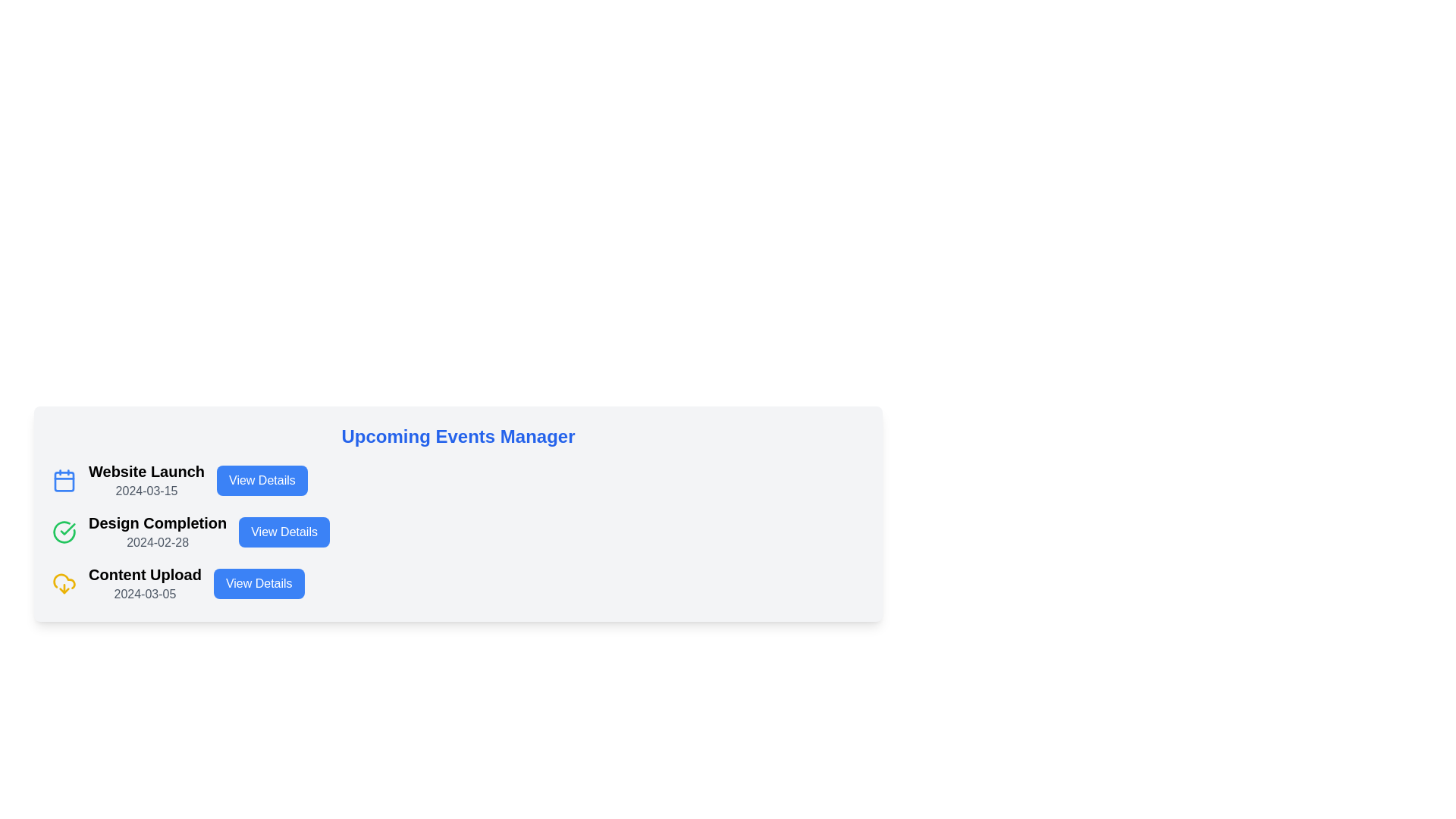  I want to click on the button located in the bottom-right corner of the interface, so click(259, 583).